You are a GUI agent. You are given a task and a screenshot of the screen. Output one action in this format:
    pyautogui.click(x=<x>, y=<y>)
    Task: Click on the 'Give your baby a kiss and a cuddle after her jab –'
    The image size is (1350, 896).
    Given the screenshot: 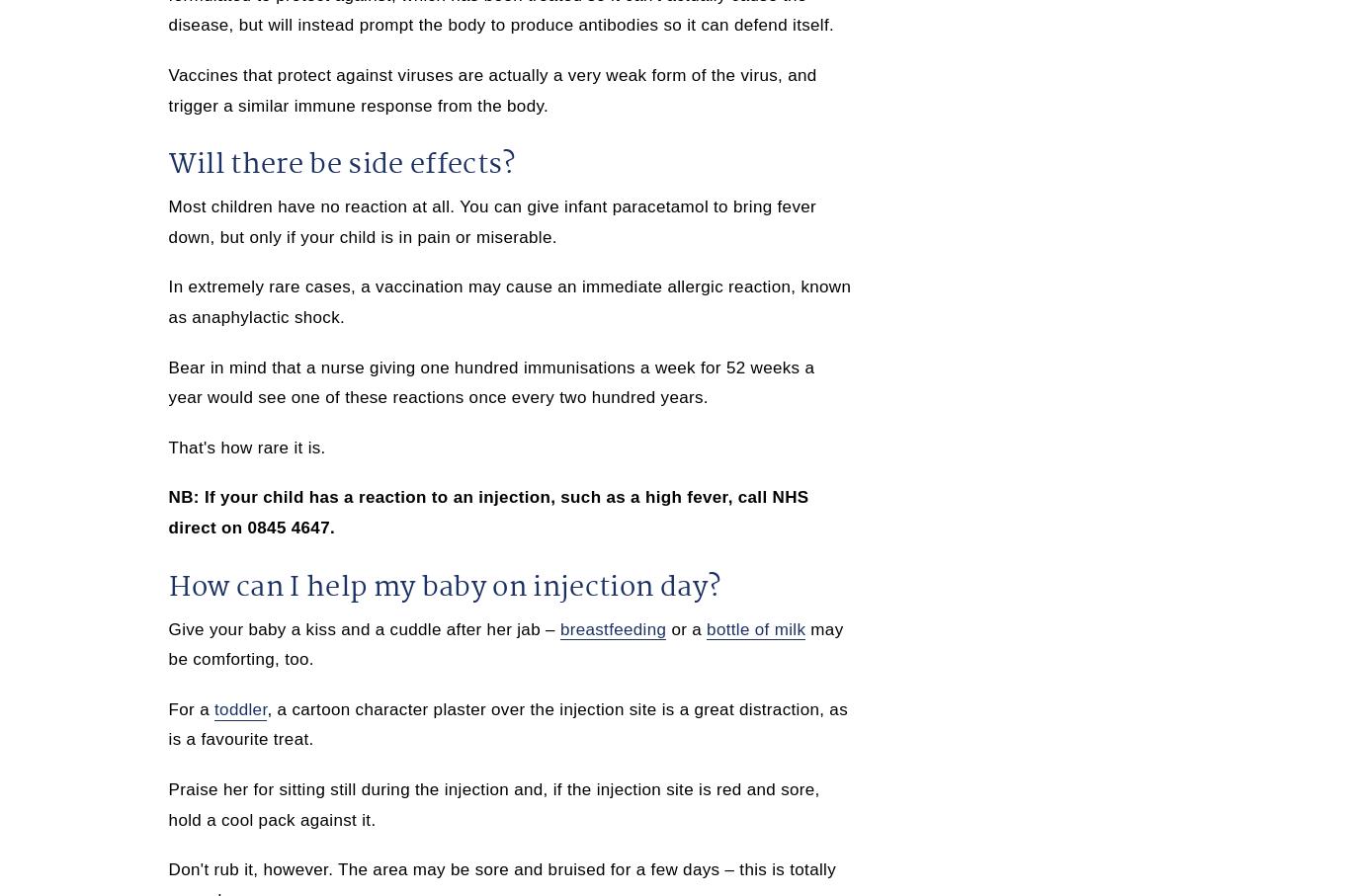 What is the action you would take?
    pyautogui.click(x=363, y=628)
    